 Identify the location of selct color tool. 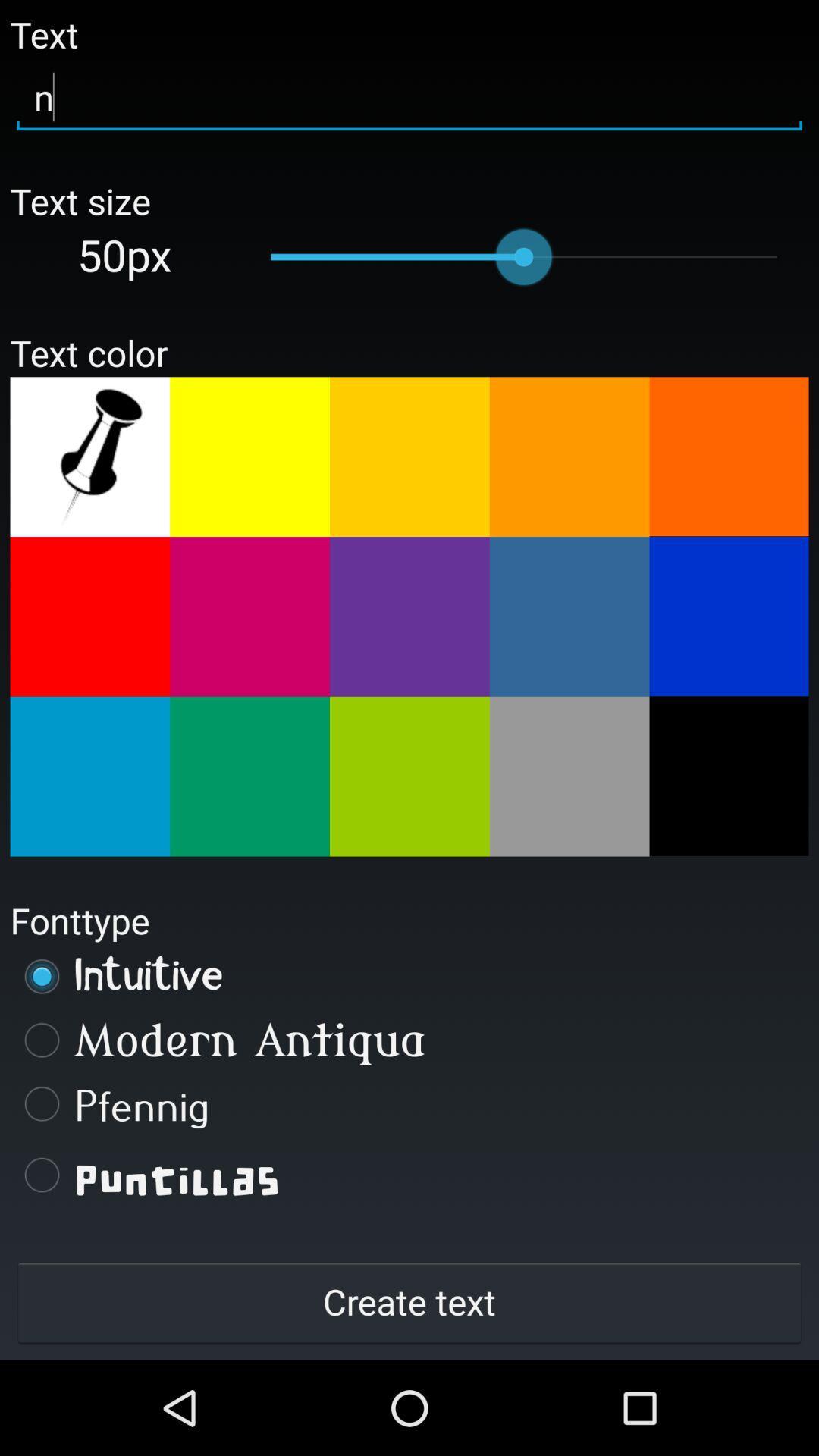
(89, 456).